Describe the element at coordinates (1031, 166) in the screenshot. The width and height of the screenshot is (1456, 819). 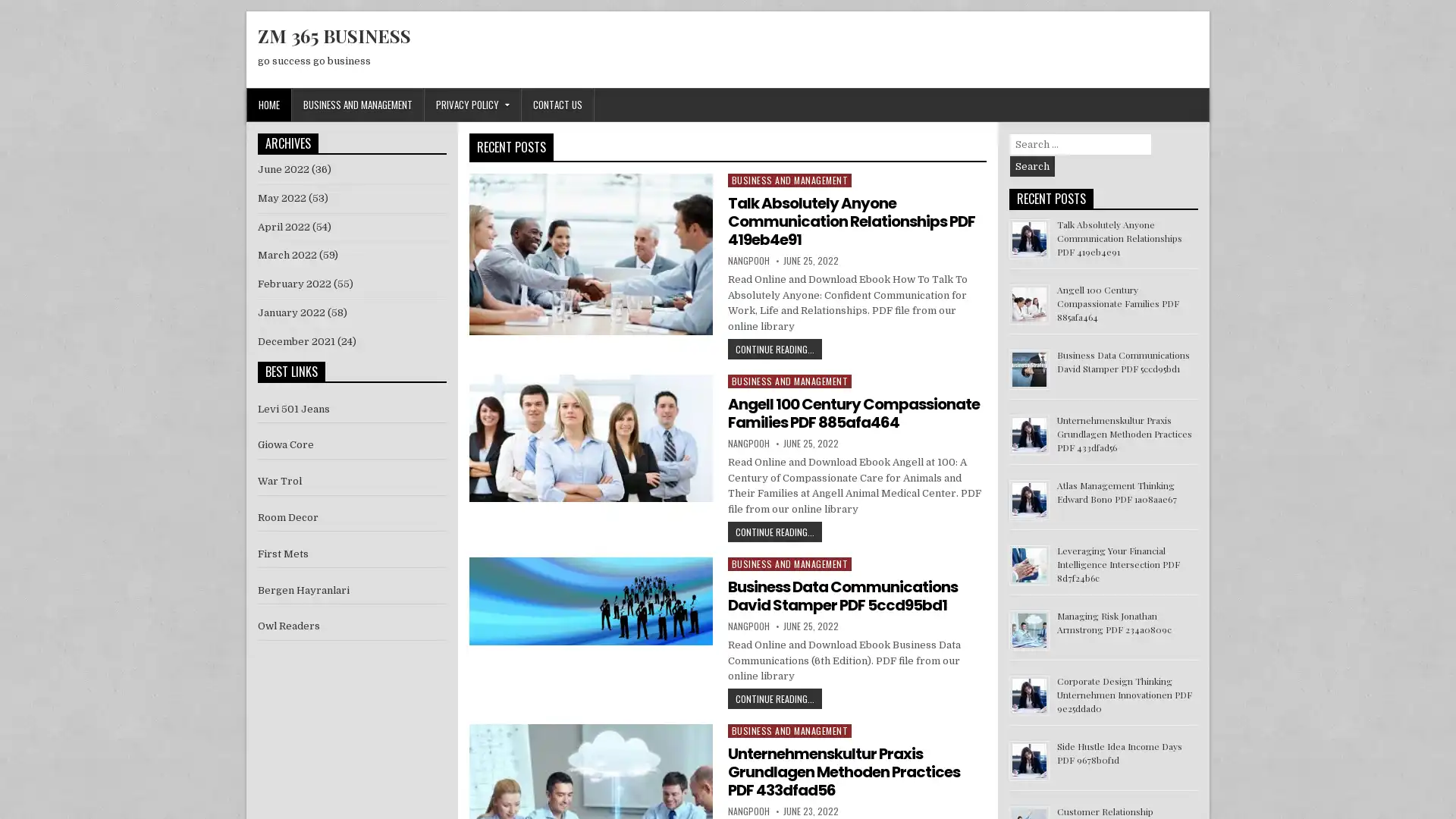
I see `Search` at that location.